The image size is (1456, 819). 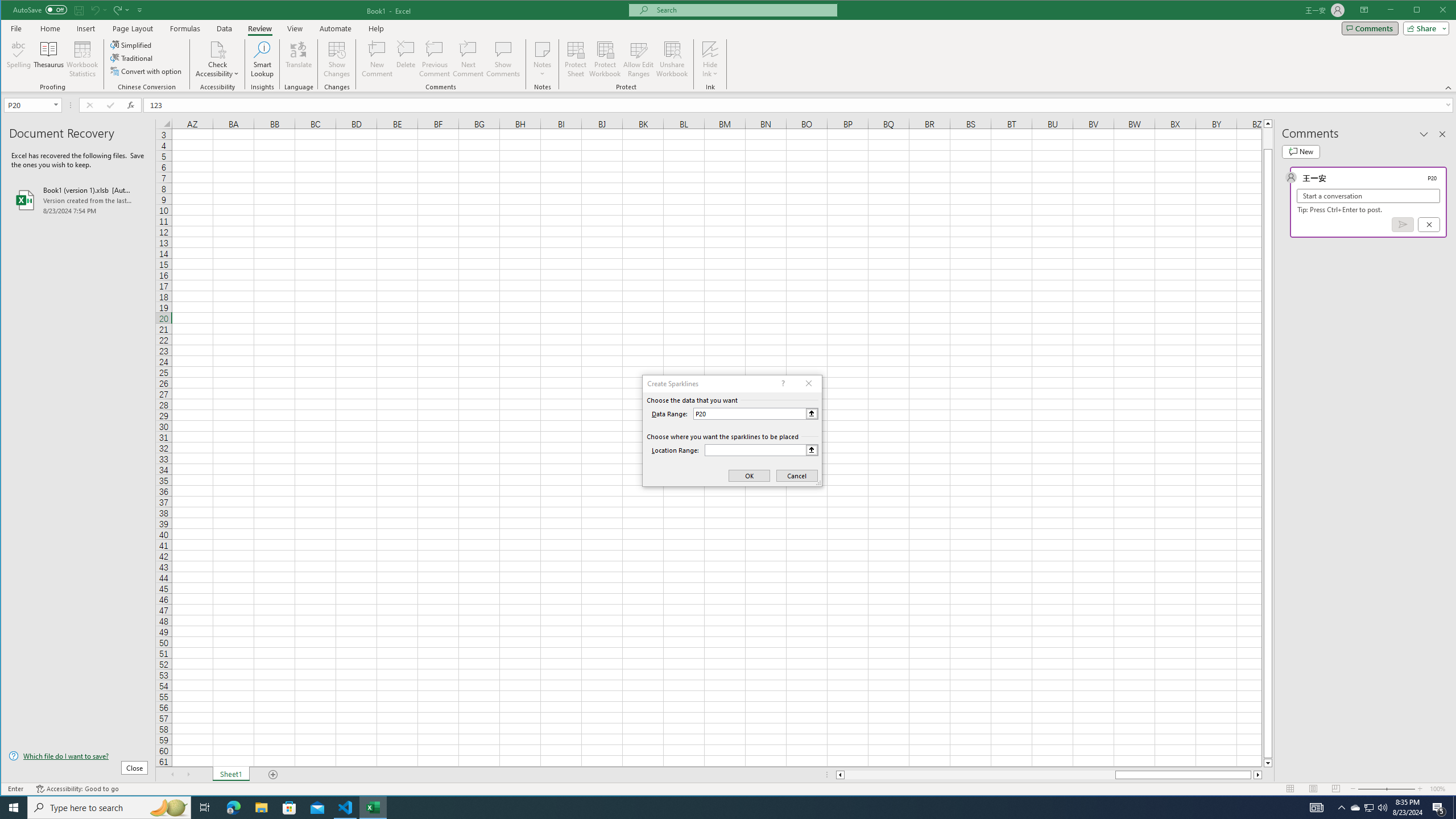 What do you see at coordinates (575, 59) in the screenshot?
I see `'Protect Sheet...'` at bounding box center [575, 59].